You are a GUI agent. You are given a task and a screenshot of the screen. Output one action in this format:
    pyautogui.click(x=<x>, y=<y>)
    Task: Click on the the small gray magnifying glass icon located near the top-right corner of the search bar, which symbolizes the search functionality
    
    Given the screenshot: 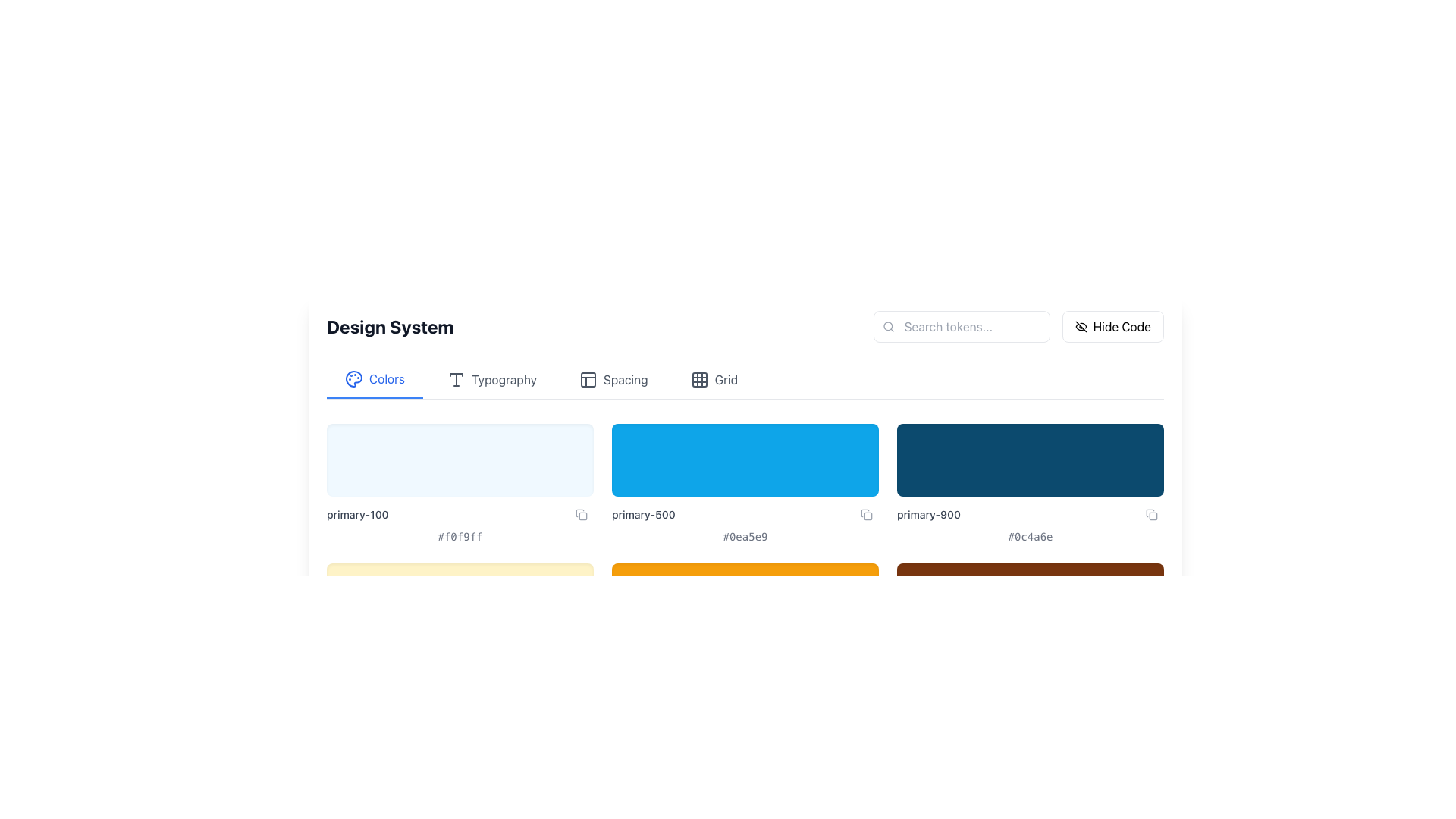 What is the action you would take?
    pyautogui.click(x=888, y=326)
    